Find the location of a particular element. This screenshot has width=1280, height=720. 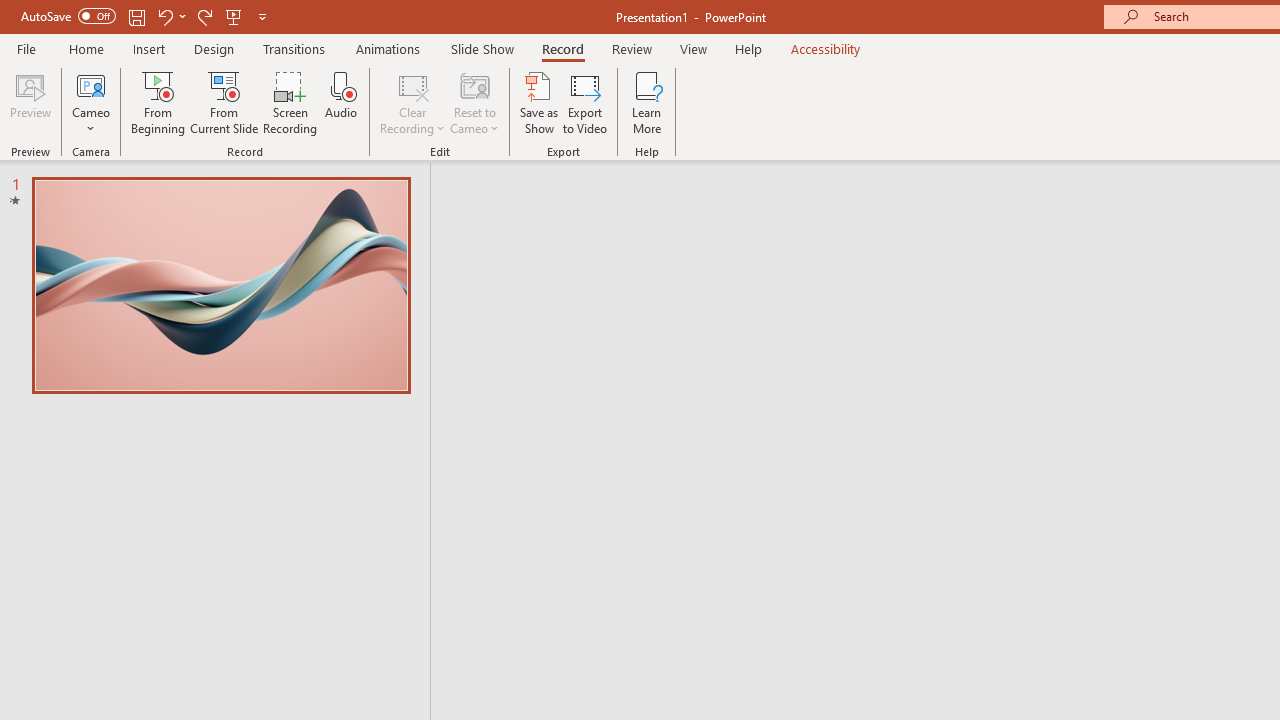

'Audio' is located at coordinates (341, 103).